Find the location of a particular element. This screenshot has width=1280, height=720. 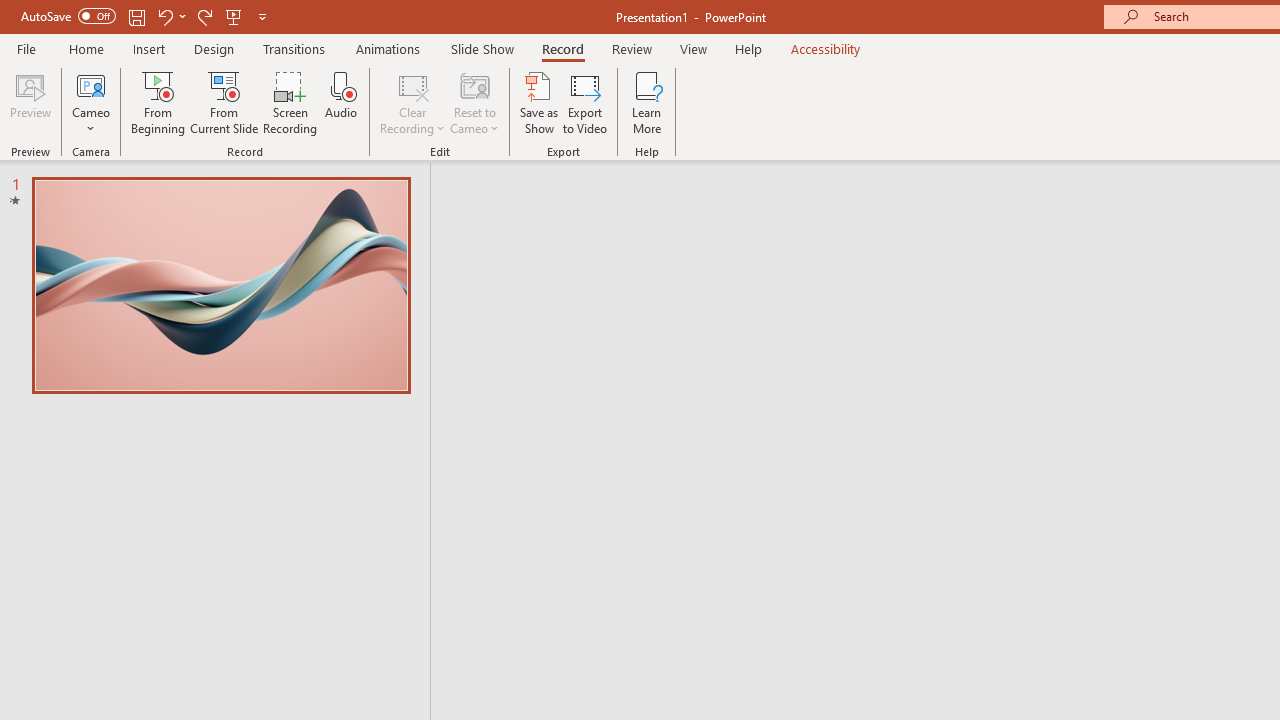

'Audio' is located at coordinates (341, 103).